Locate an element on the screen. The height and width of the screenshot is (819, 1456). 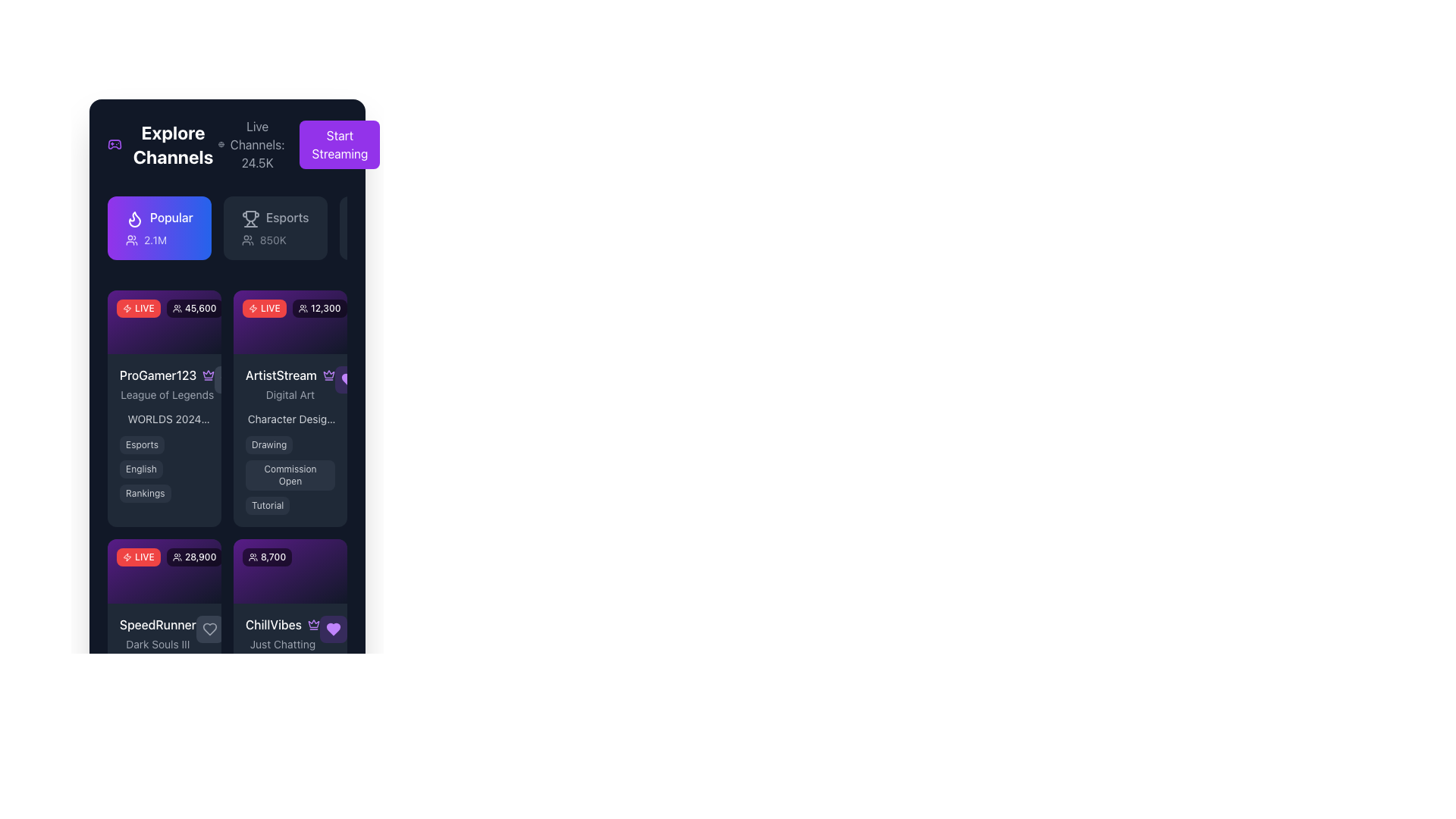
the 'Popular' button with a flame icon and the text 'Popular' in bold, located at the top-left corner of the horizontally scrollable list of categories is located at coordinates (159, 227).